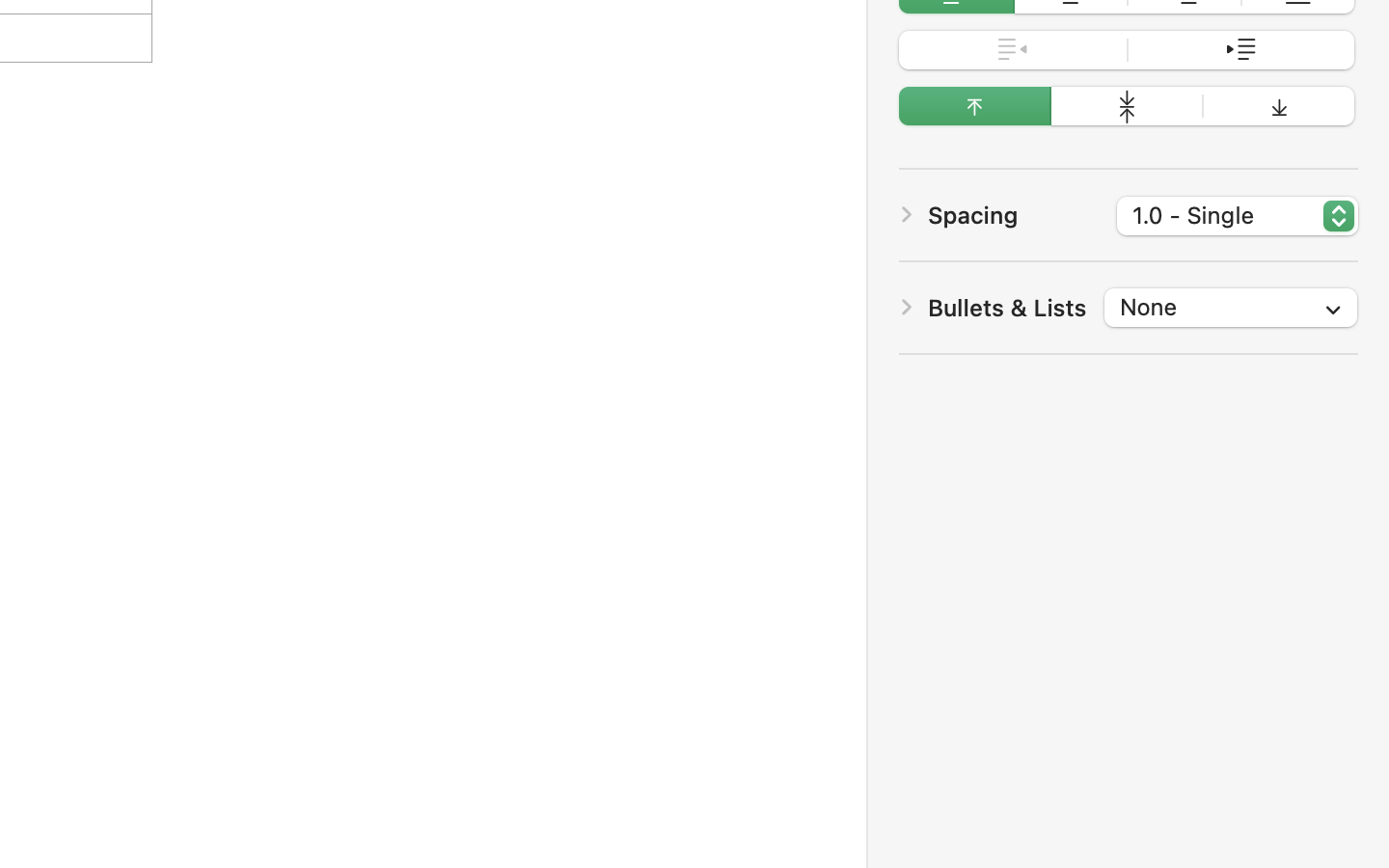  What do you see at coordinates (1007, 306) in the screenshot?
I see `'Bullets & Lists'` at bounding box center [1007, 306].